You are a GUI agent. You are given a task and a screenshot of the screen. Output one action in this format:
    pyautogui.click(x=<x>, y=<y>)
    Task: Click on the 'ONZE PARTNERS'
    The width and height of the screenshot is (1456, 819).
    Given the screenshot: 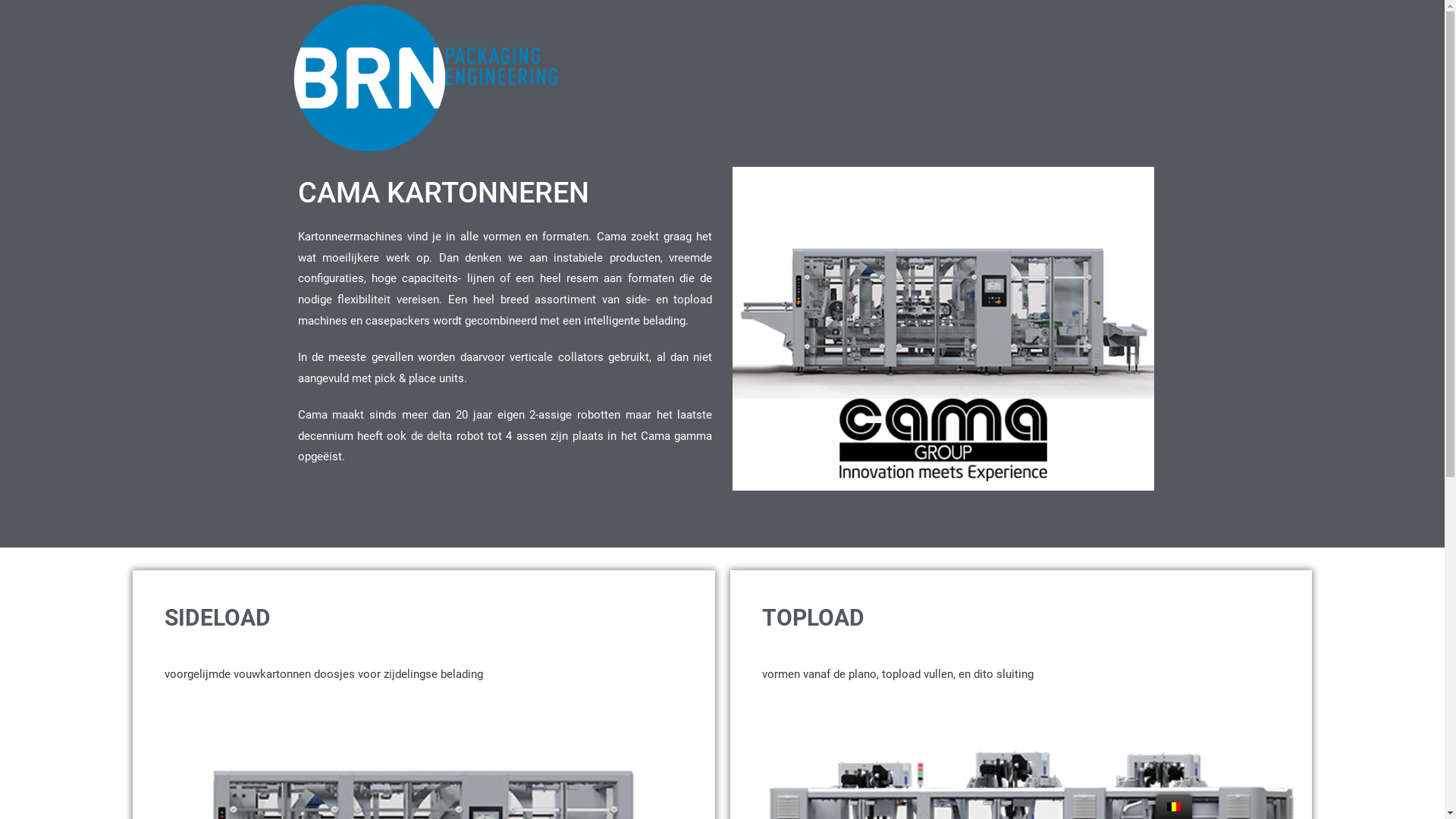 What is the action you would take?
    pyautogui.click(x=893, y=55)
    